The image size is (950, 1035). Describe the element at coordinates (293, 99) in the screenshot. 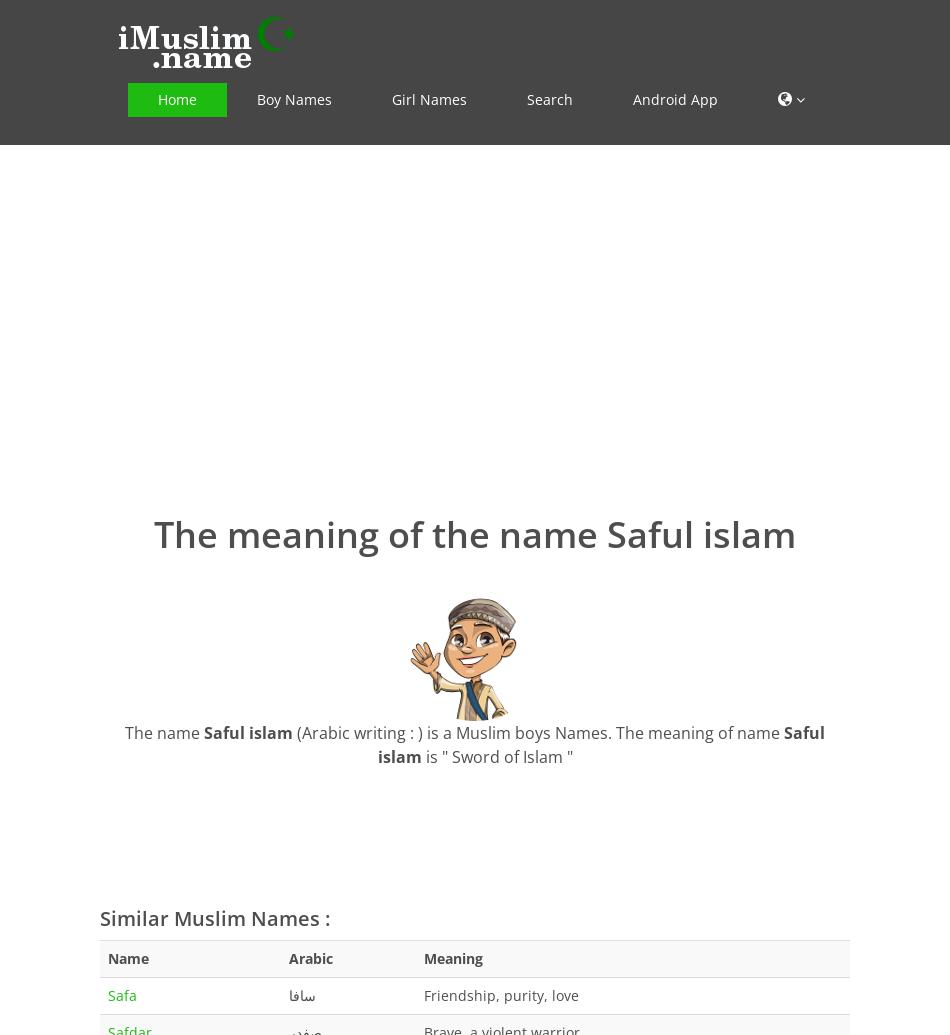

I see `'Boy Names'` at that location.